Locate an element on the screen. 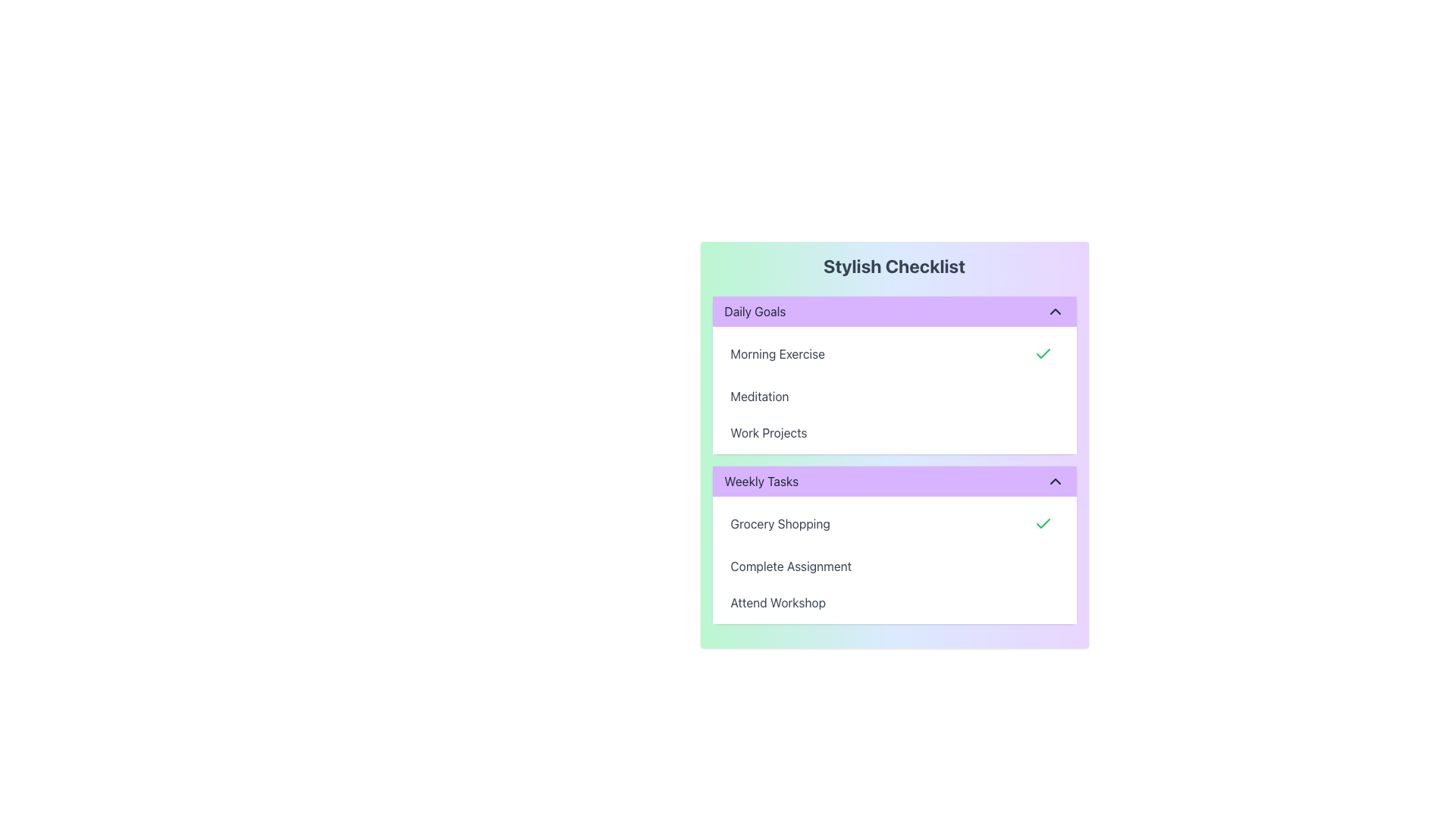 The image size is (1456, 819). the green checkmark icon located under the 'Weekly Tasks' header, associated with the 'Grocery Shopping' task is located at coordinates (1042, 353).